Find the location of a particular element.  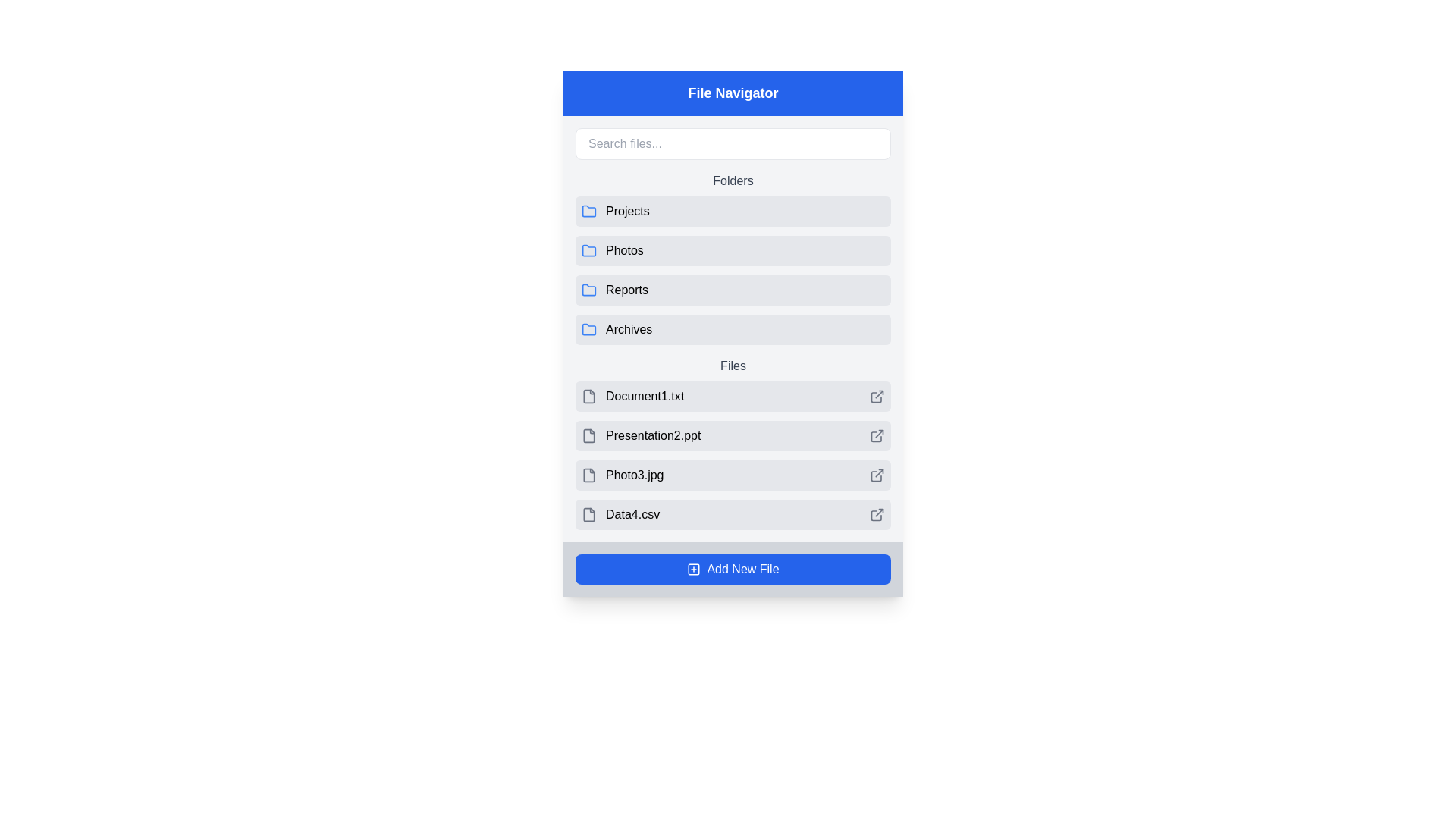

the blue folder icon labeled 'Projects' to interact with it is located at coordinates (588, 211).